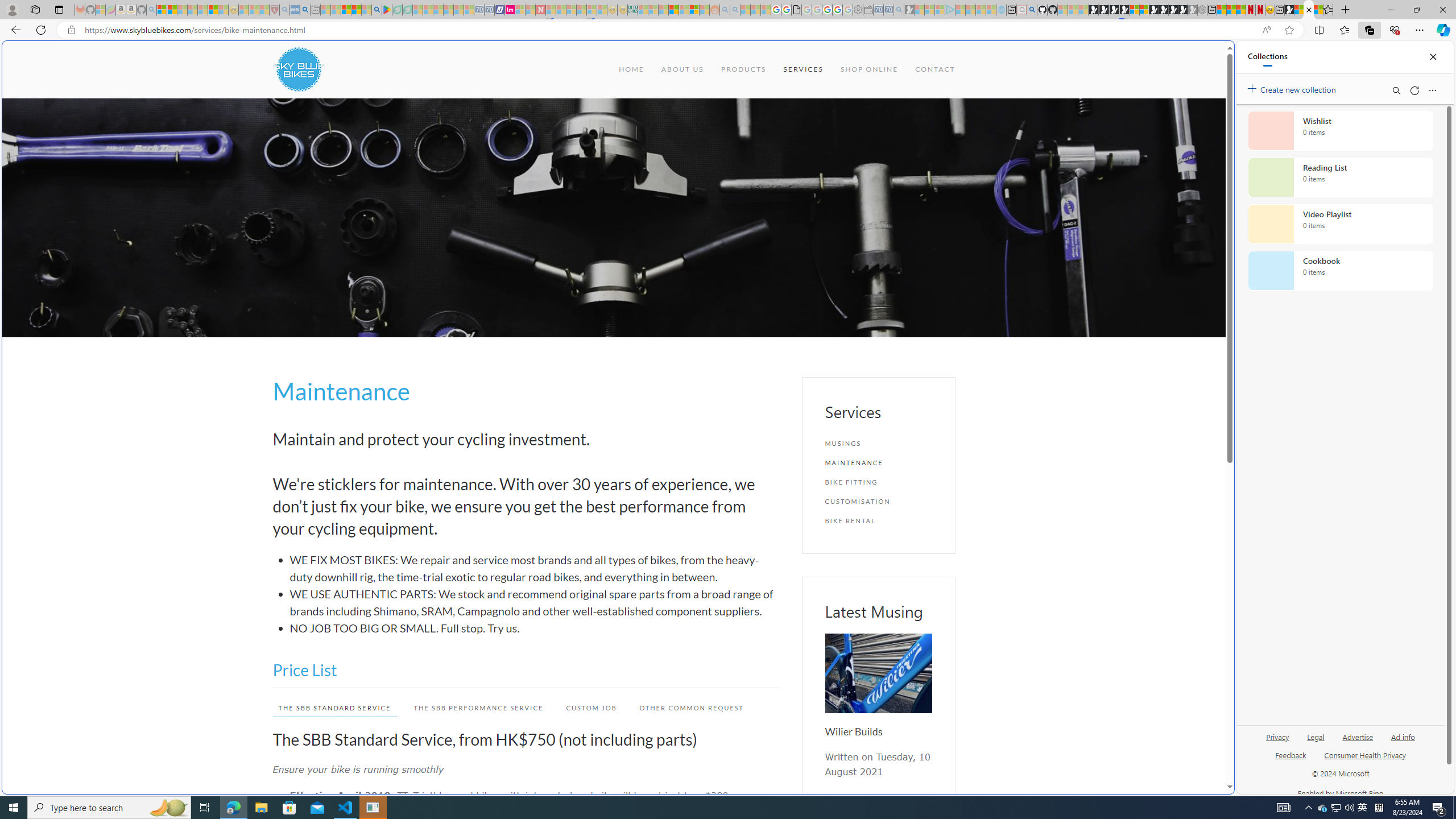 The image size is (1456, 819). Describe the element at coordinates (878, 444) in the screenshot. I see `'MUSINGS'` at that location.